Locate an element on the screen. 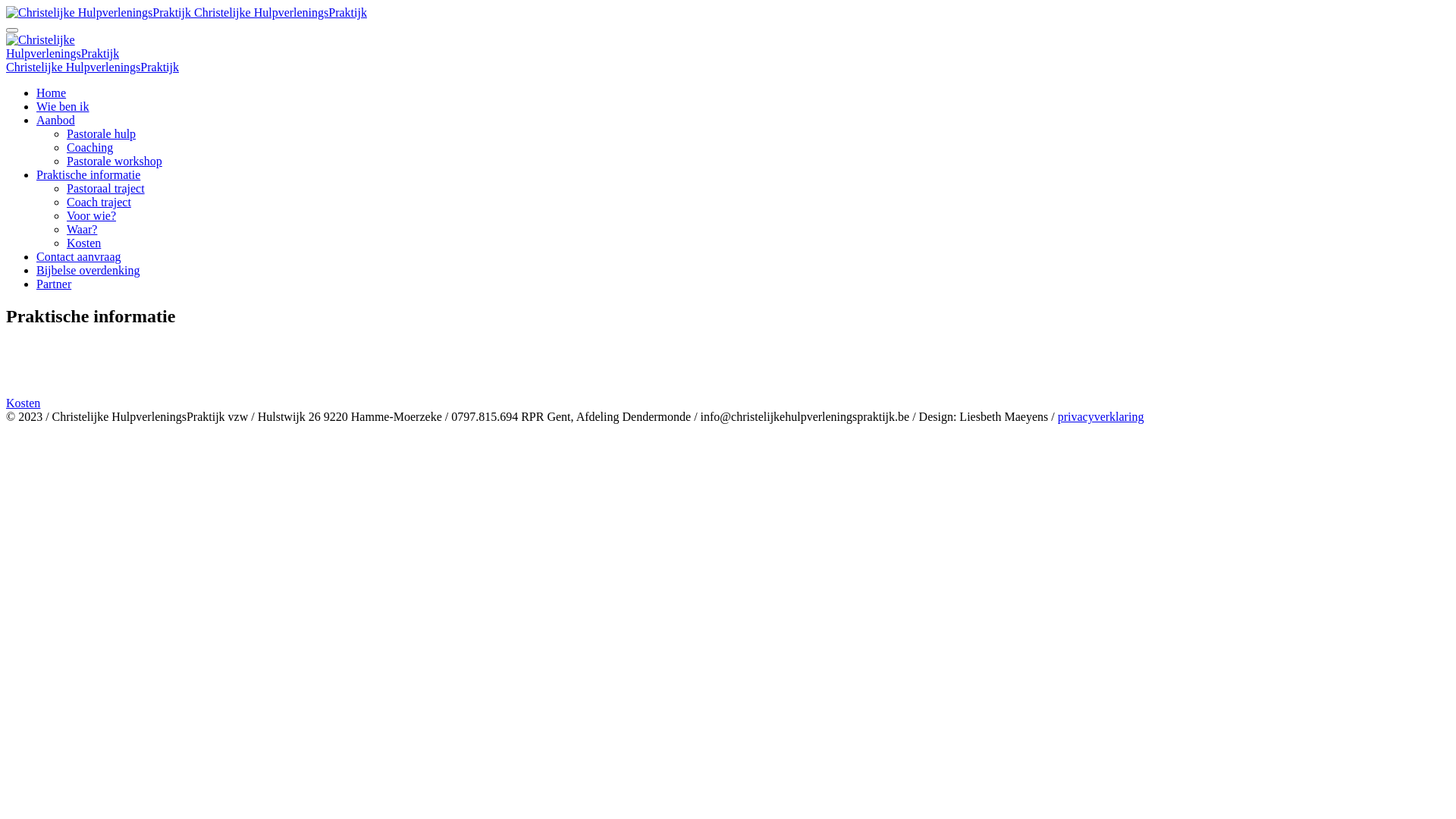 This screenshot has height=819, width=1456. 'Christelijke HulpverleningsPraktijk' is located at coordinates (91, 66).